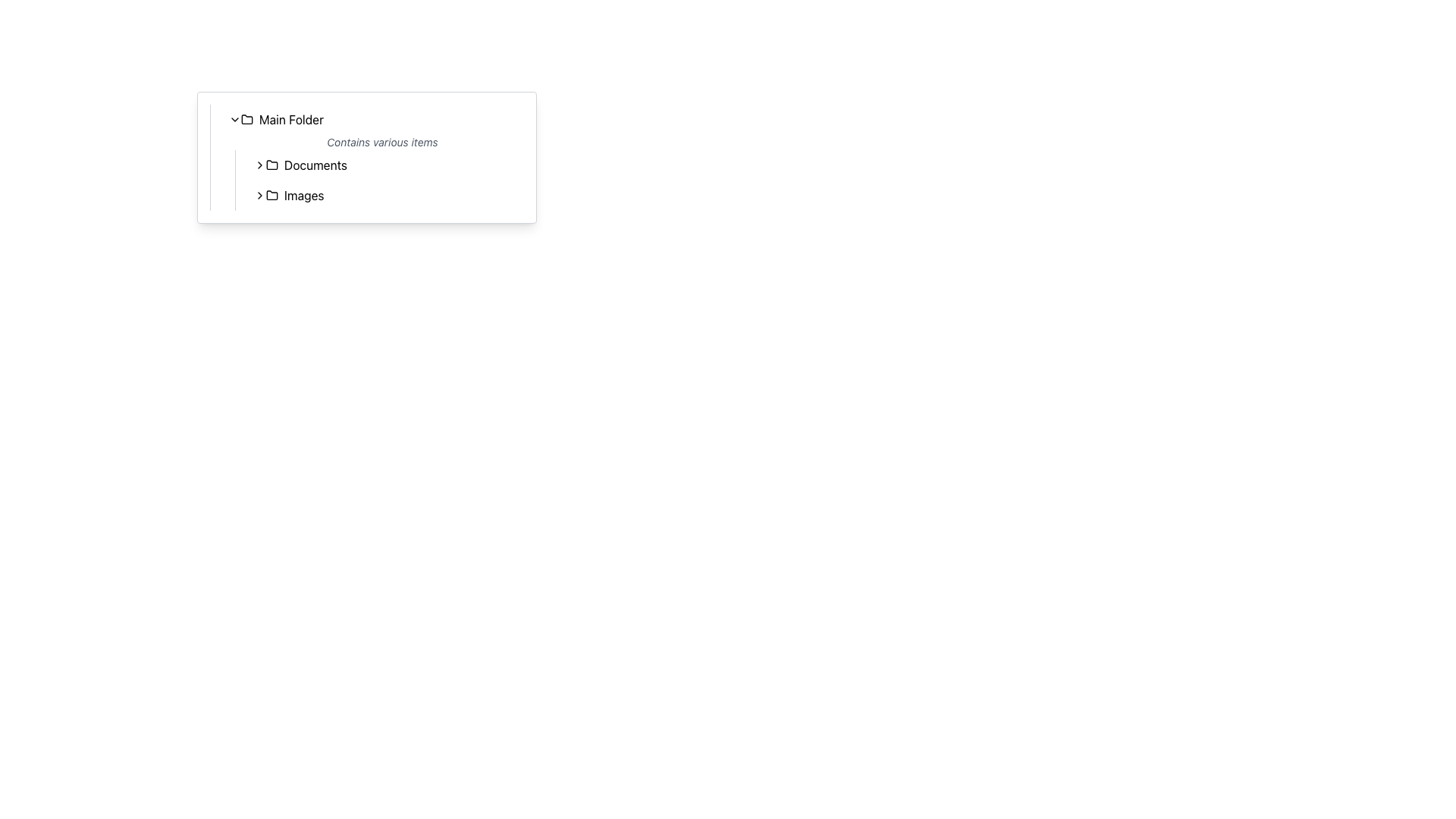 The image size is (1456, 819). I want to click on the label text for the folder named 'Images', which is located in the third row of a vertical list under 'Main Folder' in the 'Documents' subsection, positioned to the right of a folder icon, so click(303, 195).